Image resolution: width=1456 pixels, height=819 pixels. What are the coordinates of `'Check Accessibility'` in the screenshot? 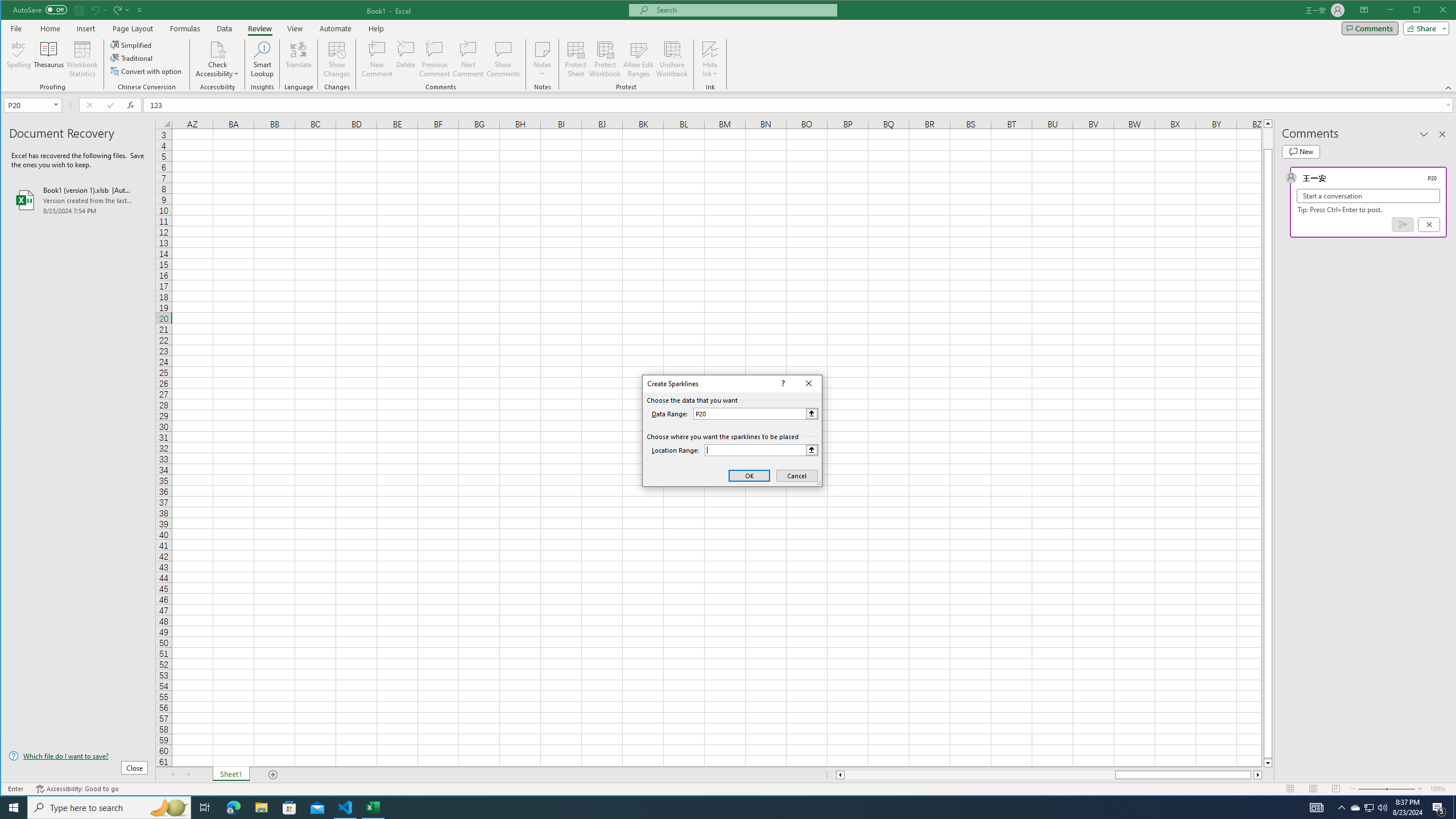 It's located at (217, 59).